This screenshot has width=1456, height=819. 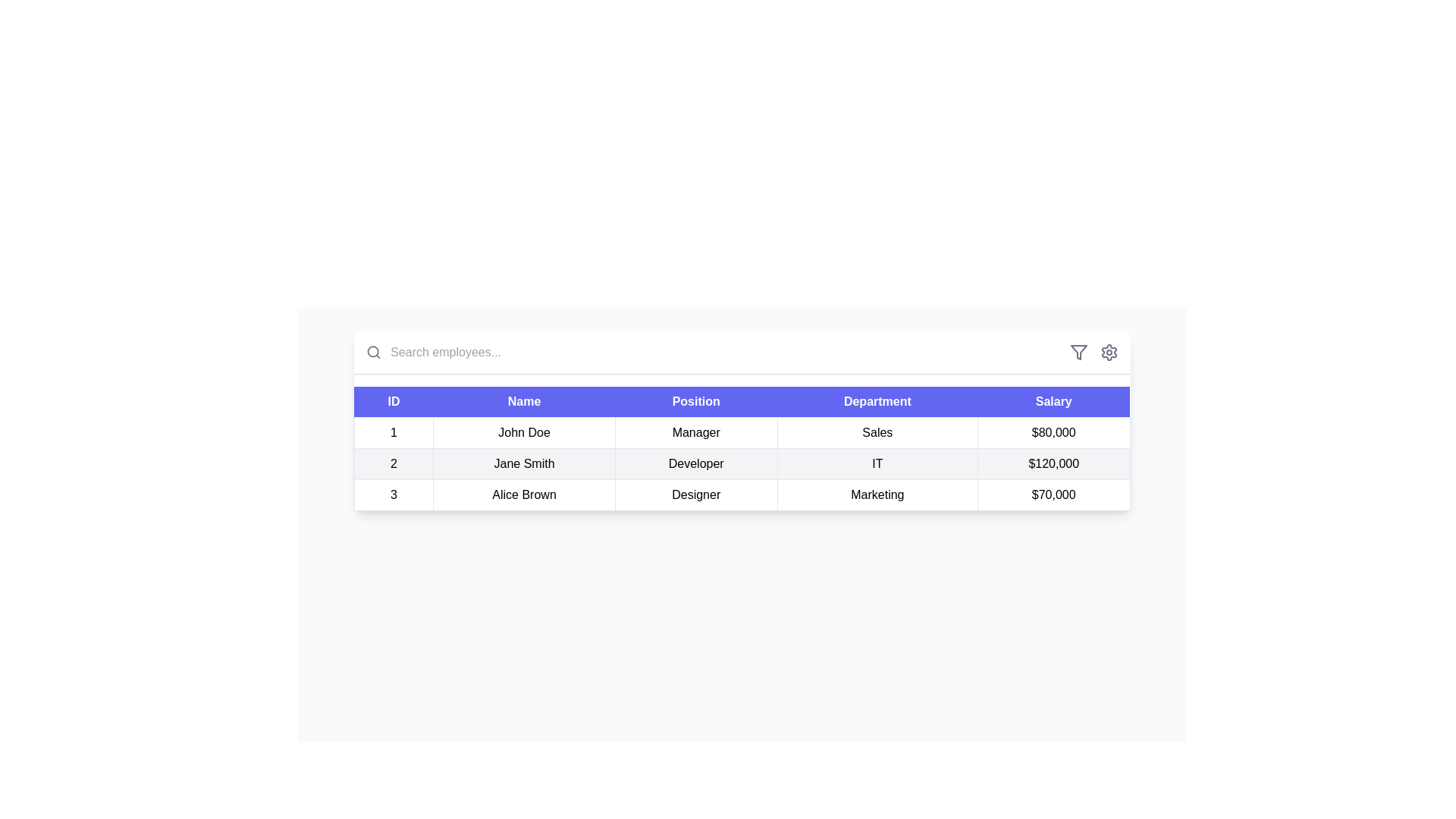 What do you see at coordinates (742, 432) in the screenshot?
I see `on the first row of the employee data table` at bounding box center [742, 432].